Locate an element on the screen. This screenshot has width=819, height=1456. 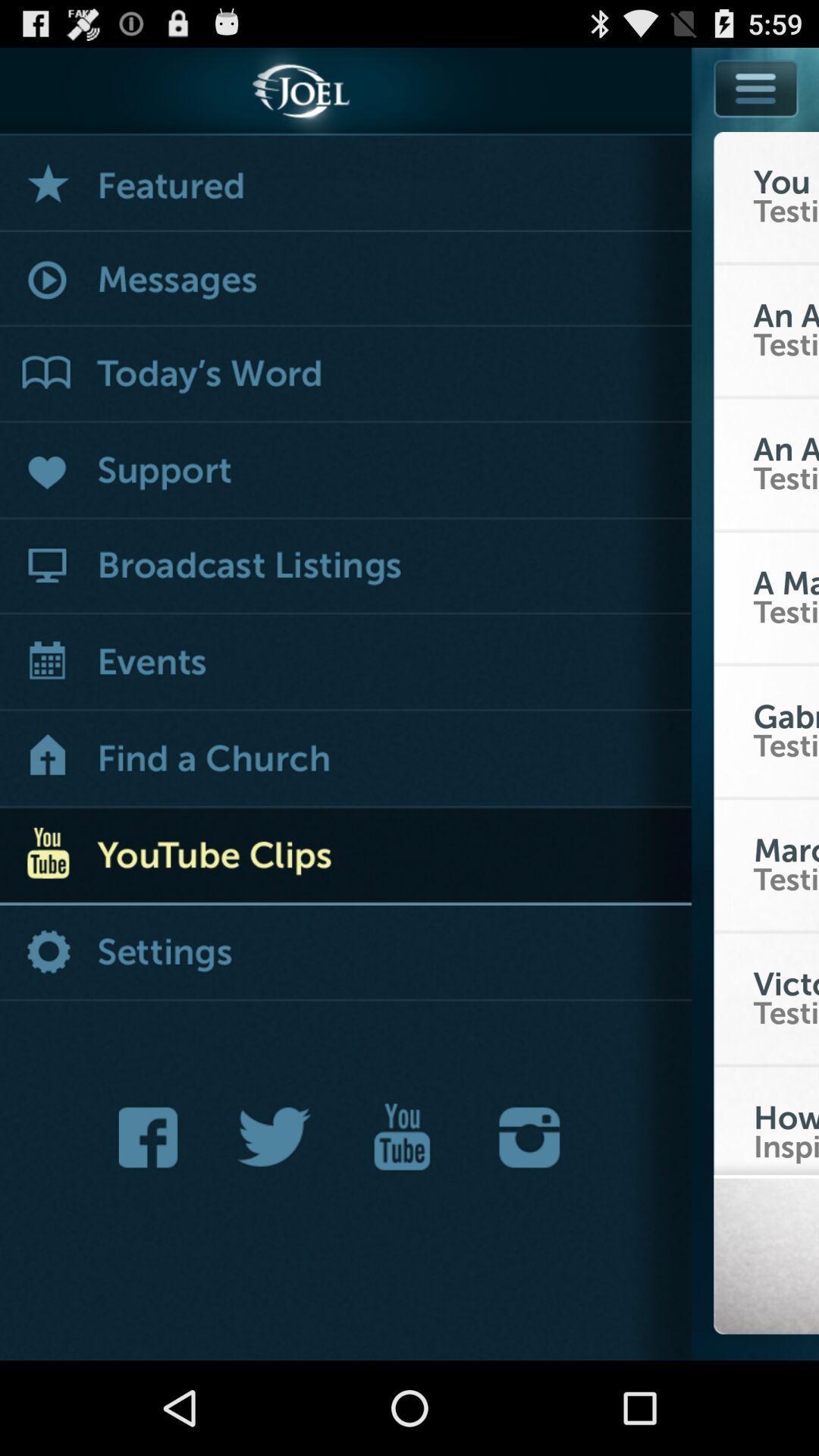
joel 's event schedule is located at coordinates (345, 664).